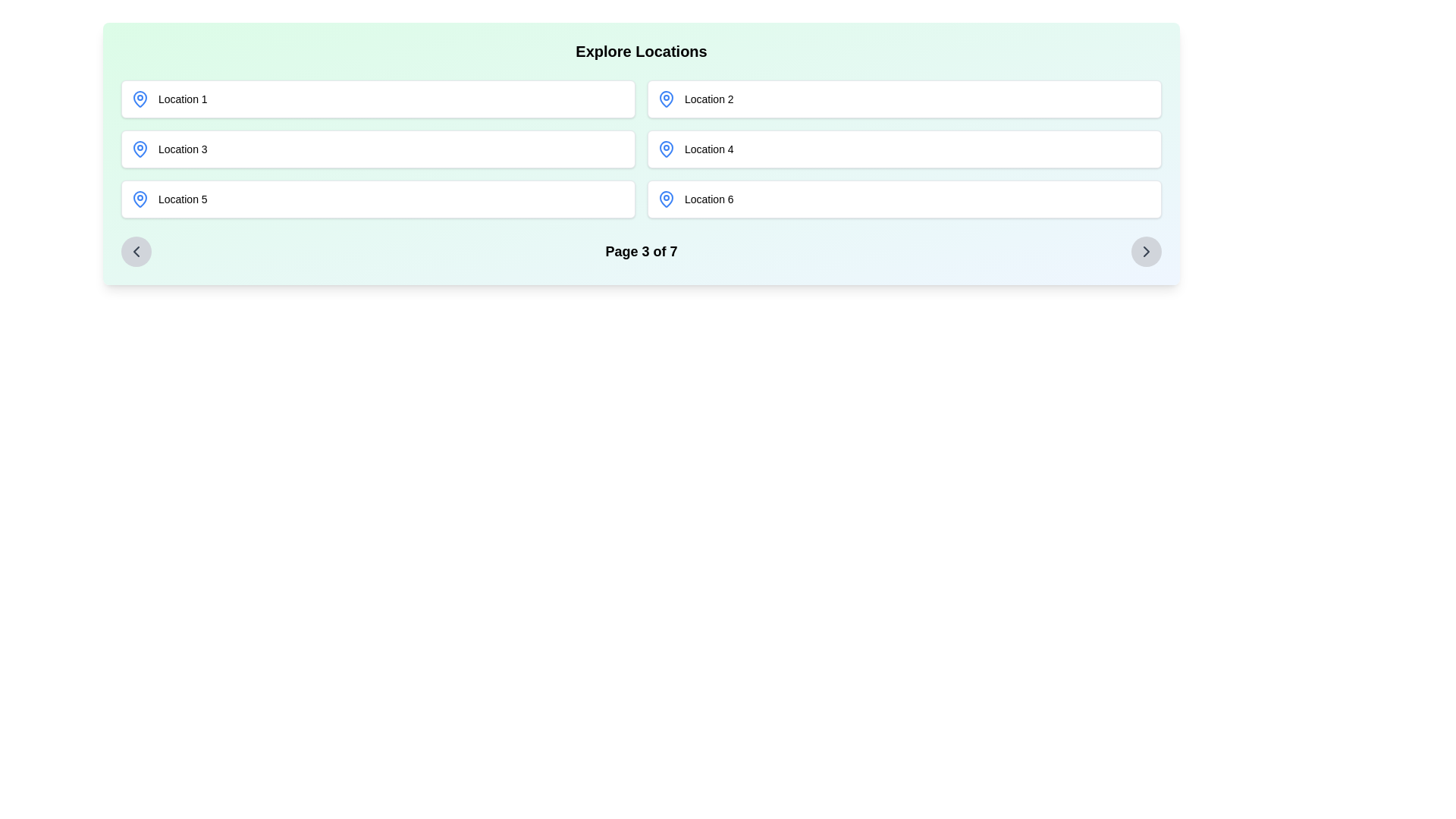 This screenshot has width=1456, height=819. What do you see at coordinates (666, 149) in the screenshot?
I see `the blue map pin icon located next to the text 'Location 4' in the middle-right quadrant of the interface` at bounding box center [666, 149].